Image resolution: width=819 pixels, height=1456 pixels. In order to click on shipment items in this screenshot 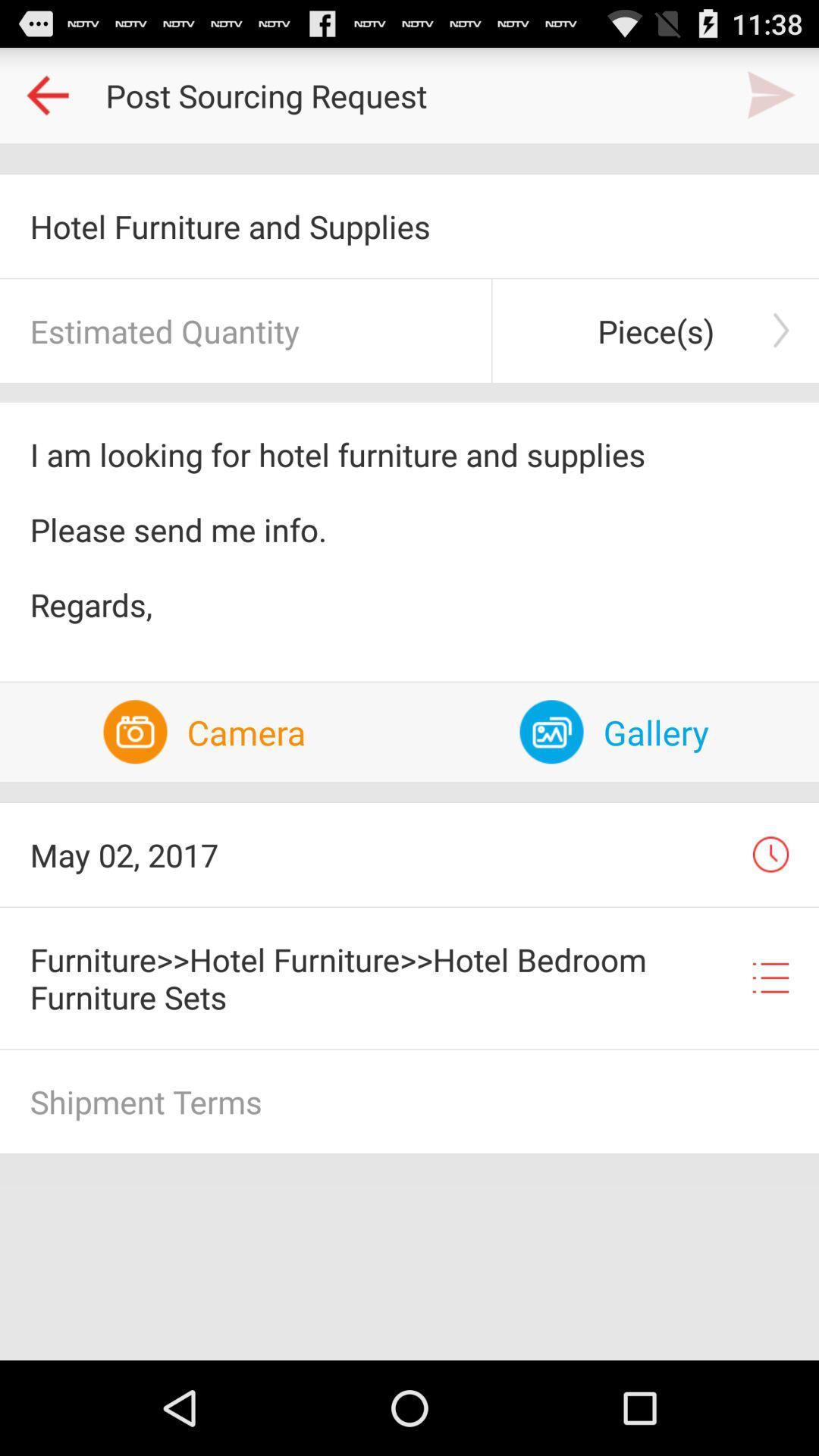, I will do `click(409, 1101)`.